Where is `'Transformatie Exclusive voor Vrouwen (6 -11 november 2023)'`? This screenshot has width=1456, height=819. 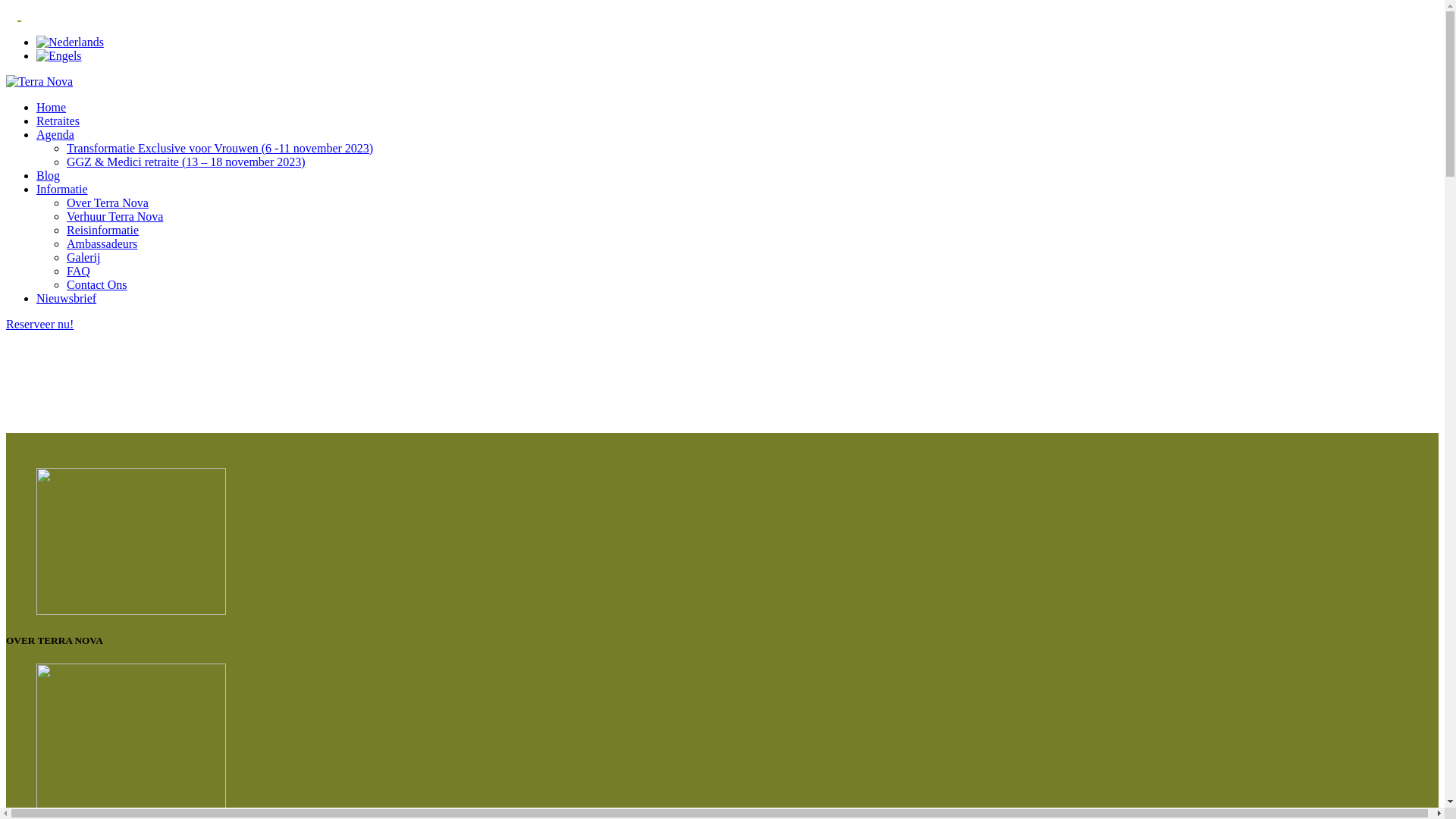 'Transformatie Exclusive voor Vrouwen (6 -11 november 2023)' is located at coordinates (218, 148).